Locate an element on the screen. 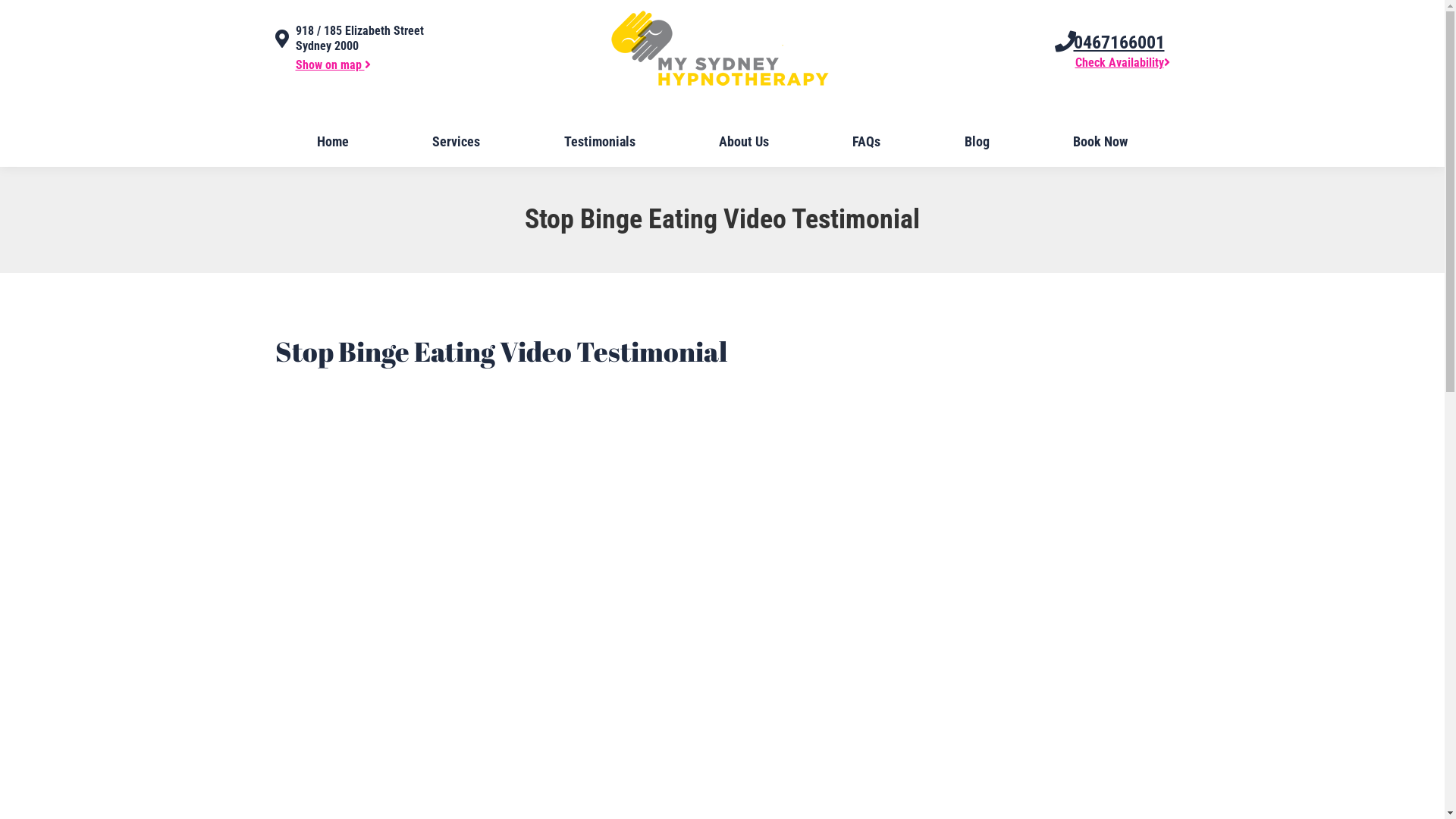  'Blog' is located at coordinates (977, 141).